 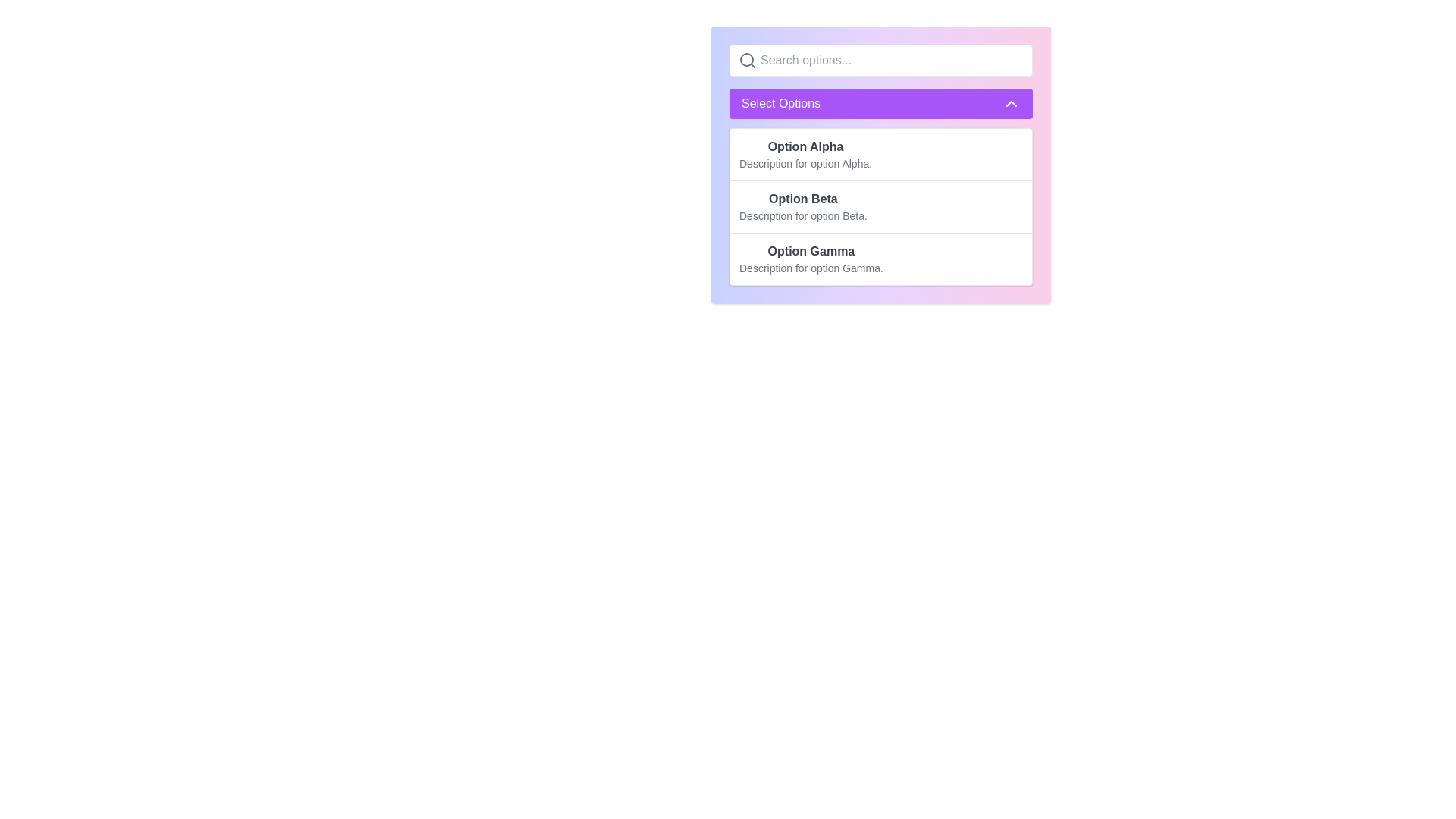 I want to click on the text label that serves as the title of the first selectable option in the dropdown list, located just below the 'Select Options' header, so click(x=805, y=146).